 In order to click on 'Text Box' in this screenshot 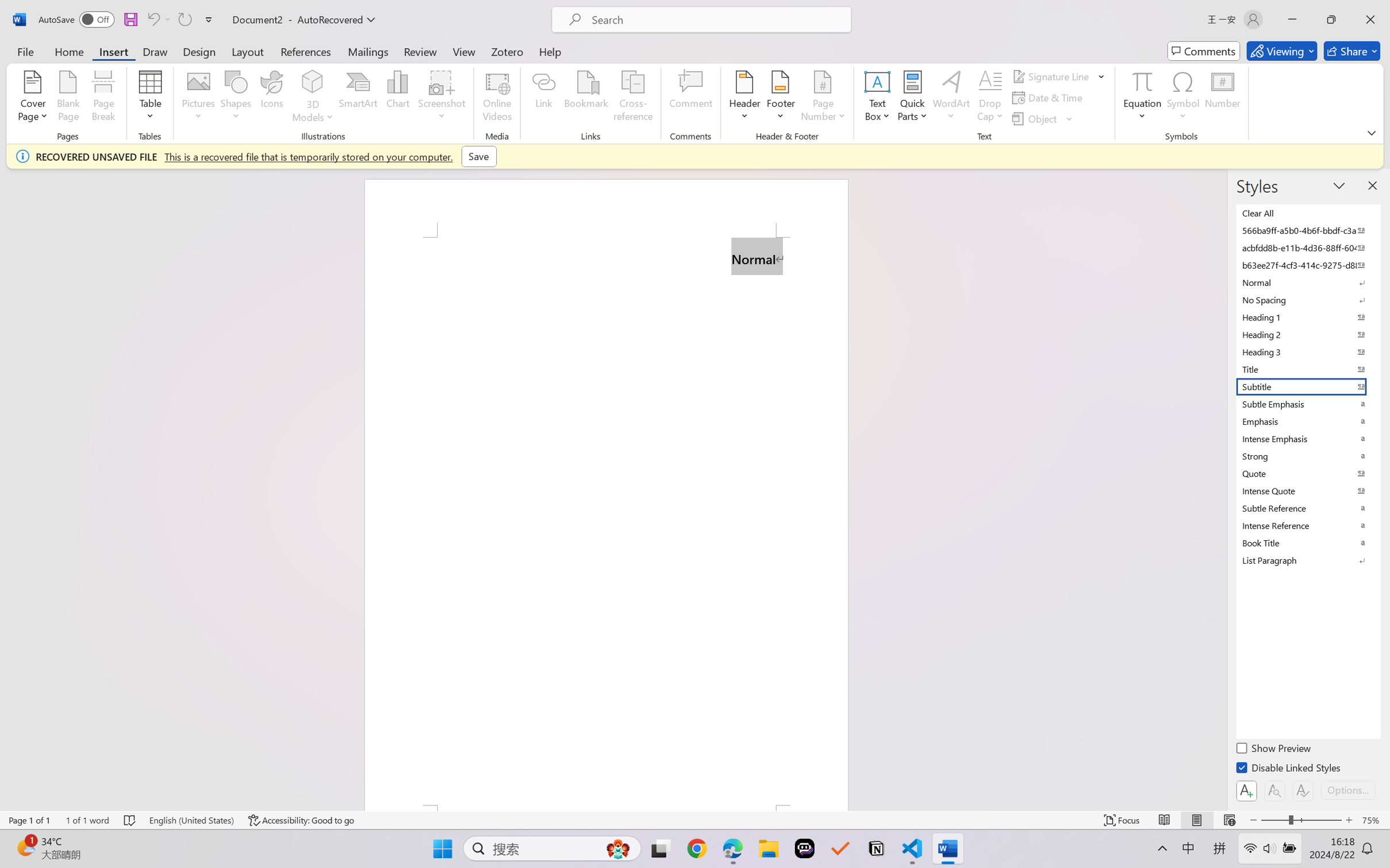, I will do `click(877, 98)`.